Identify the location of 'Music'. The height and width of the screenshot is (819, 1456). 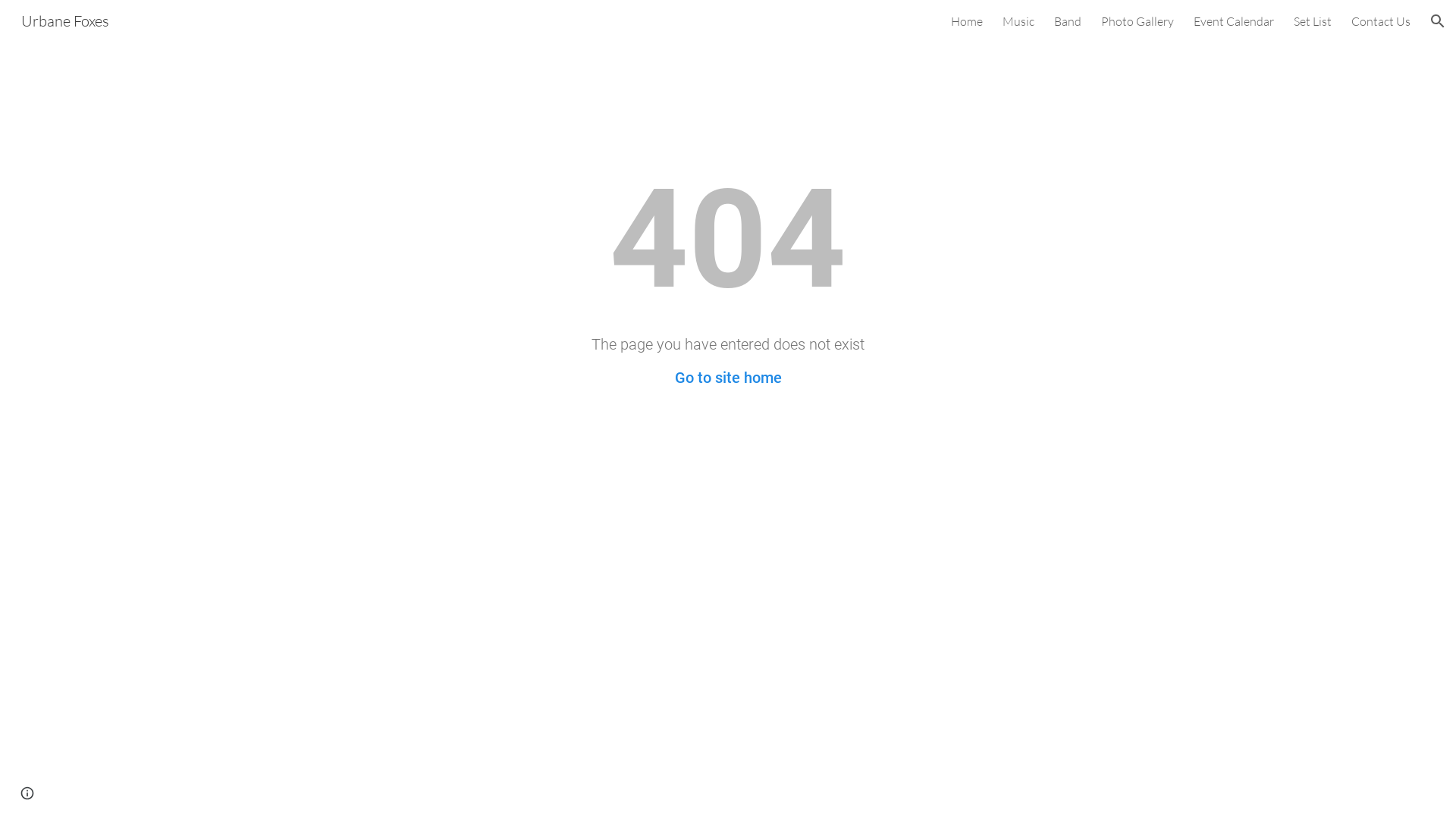
(1018, 20).